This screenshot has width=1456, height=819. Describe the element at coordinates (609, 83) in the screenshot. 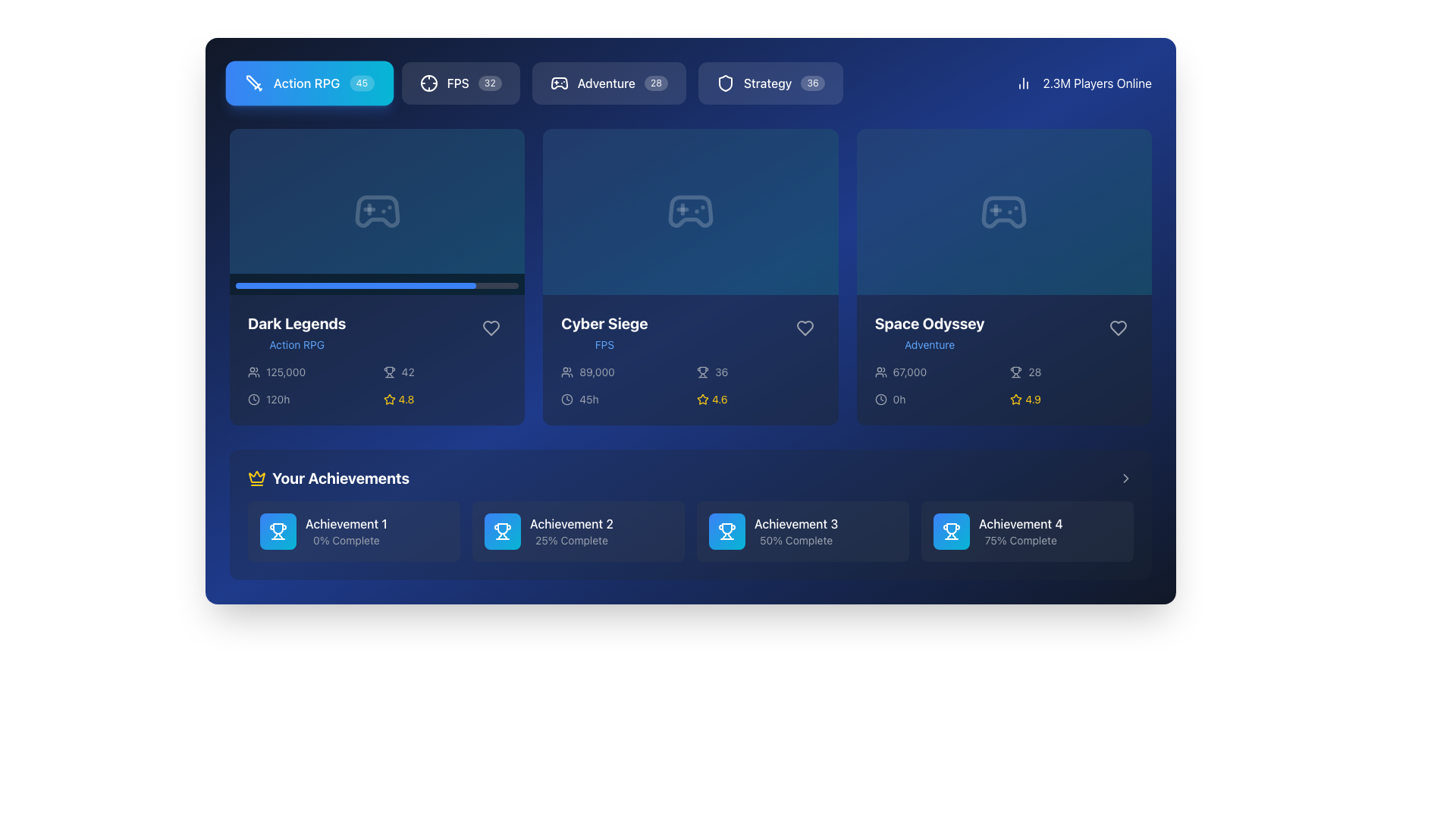

I see `the 'Adventure' button, which has a badge displaying '28' and a gamepad icon` at that location.